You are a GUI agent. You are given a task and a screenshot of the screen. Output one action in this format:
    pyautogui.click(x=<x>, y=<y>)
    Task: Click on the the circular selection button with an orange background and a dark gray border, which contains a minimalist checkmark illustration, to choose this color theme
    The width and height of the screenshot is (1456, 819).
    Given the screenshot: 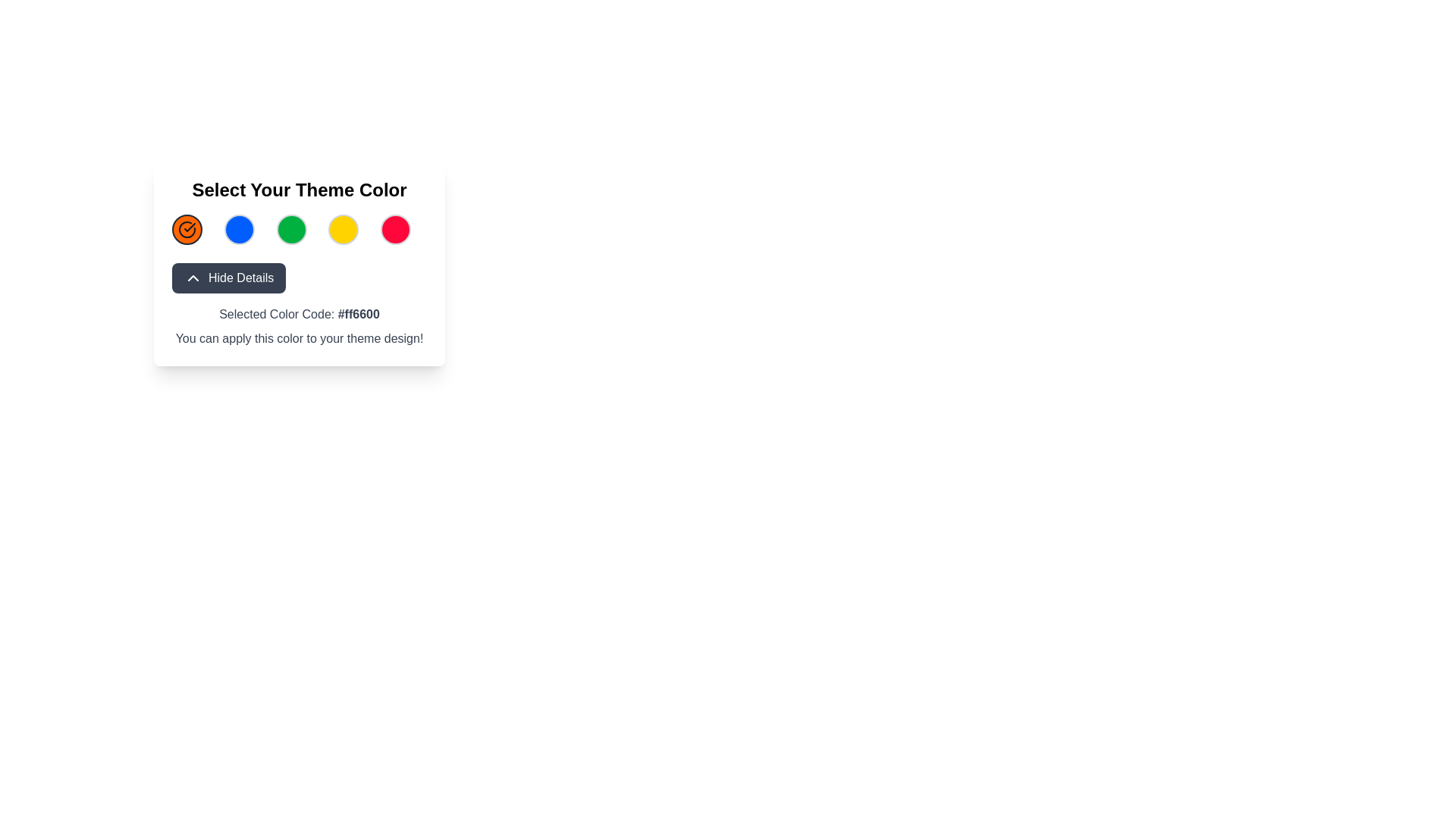 What is the action you would take?
    pyautogui.click(x=186, y=230)
    